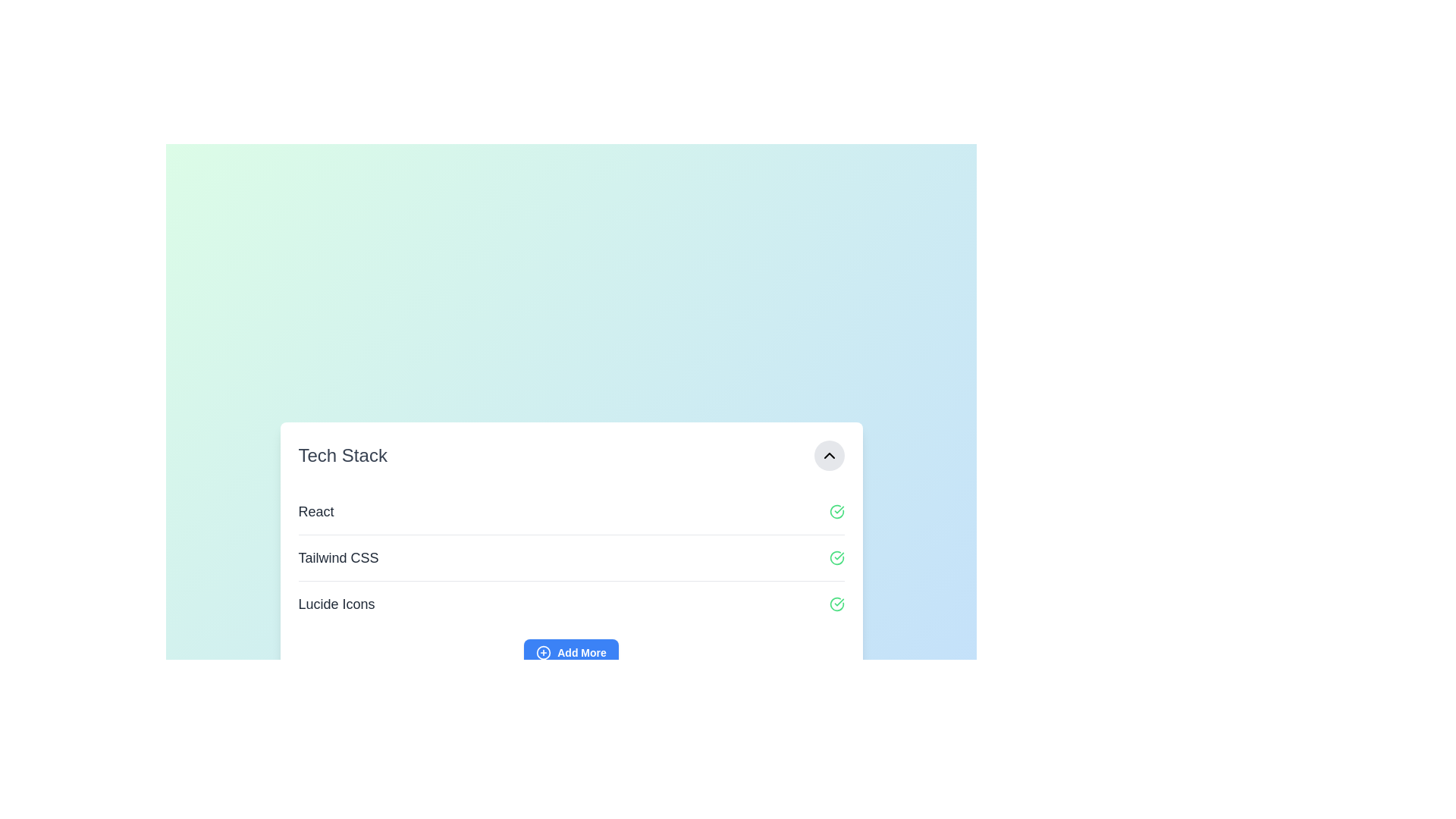  I want to click on the 'Add More' button, which has a blue background, white text, rounded corners, and is located at the bottom of the technology list, so click(570, 651).